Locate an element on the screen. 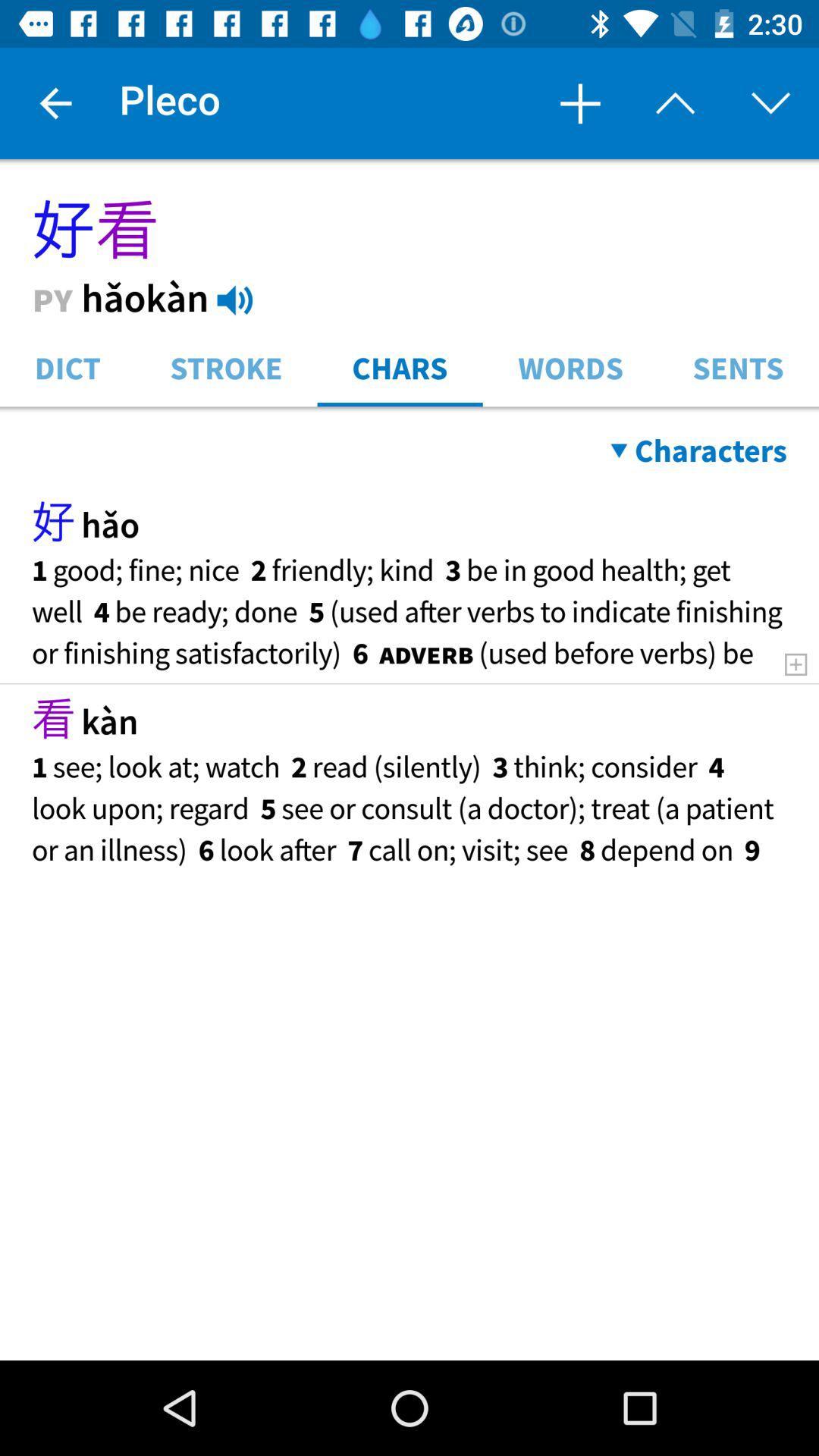 The height and width of the screenshot is (1456, 819). icon to the left of sents item is located at coordinates (570, 366).